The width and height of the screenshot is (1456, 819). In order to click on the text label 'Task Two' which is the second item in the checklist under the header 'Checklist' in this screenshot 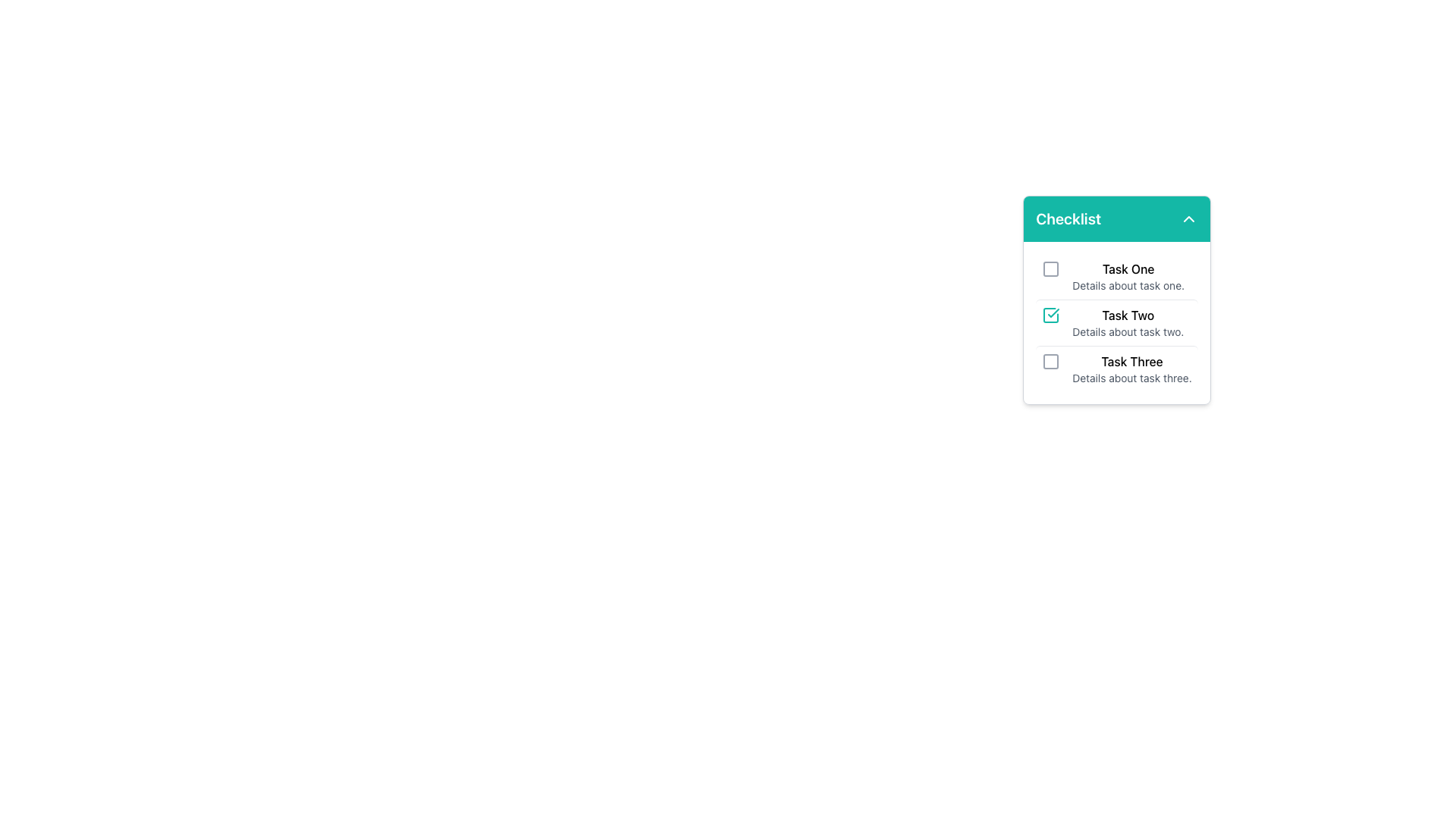, I will do `click(1128, 315)`.